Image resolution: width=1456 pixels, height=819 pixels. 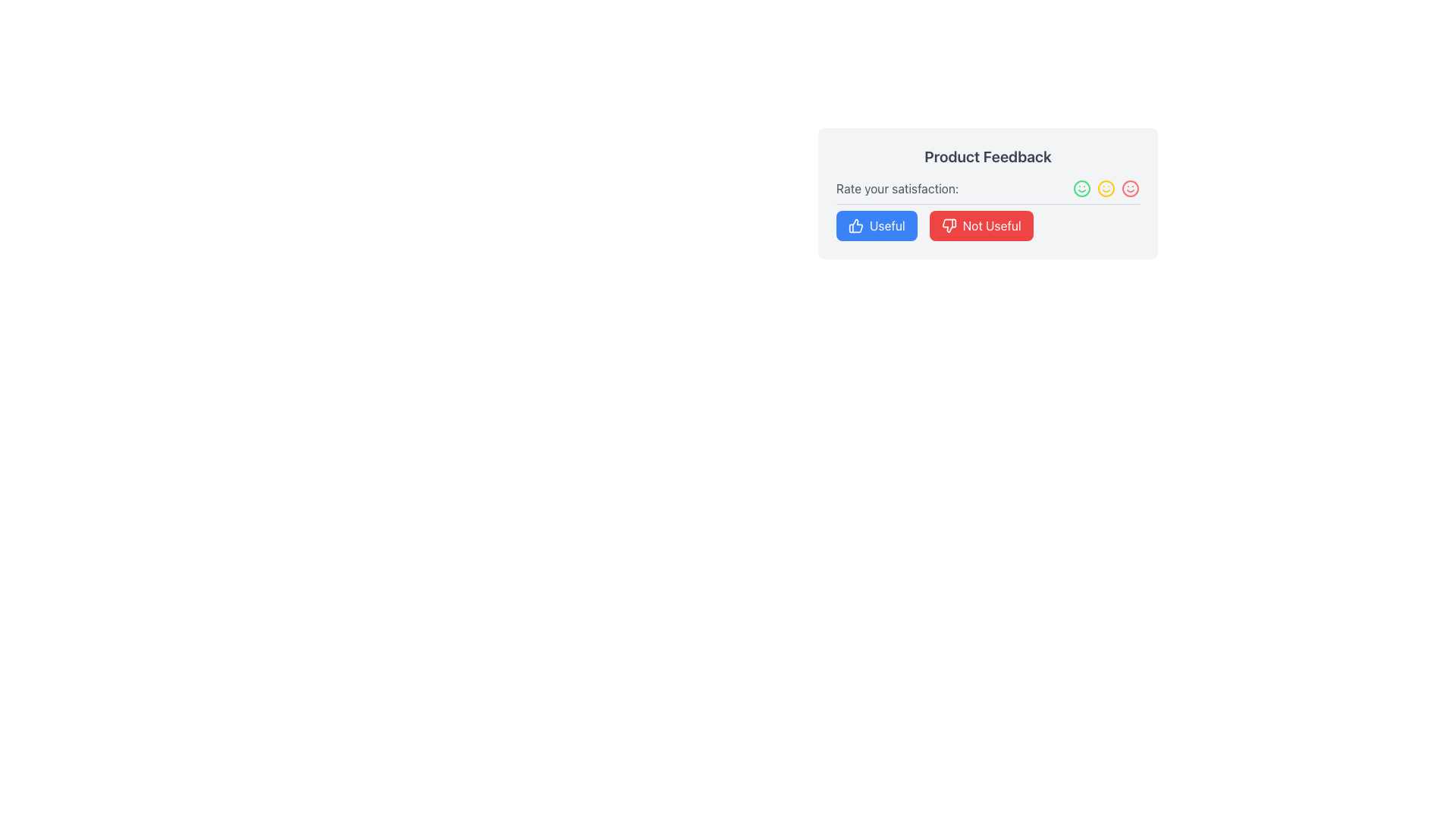 What do you see at coordinates (948, 225) in the screenshot?
I see `the thumbs-down icon inside the red 'Not Useful' button to provide a 'Not Useful' rating` at bounding box center [948, 225].